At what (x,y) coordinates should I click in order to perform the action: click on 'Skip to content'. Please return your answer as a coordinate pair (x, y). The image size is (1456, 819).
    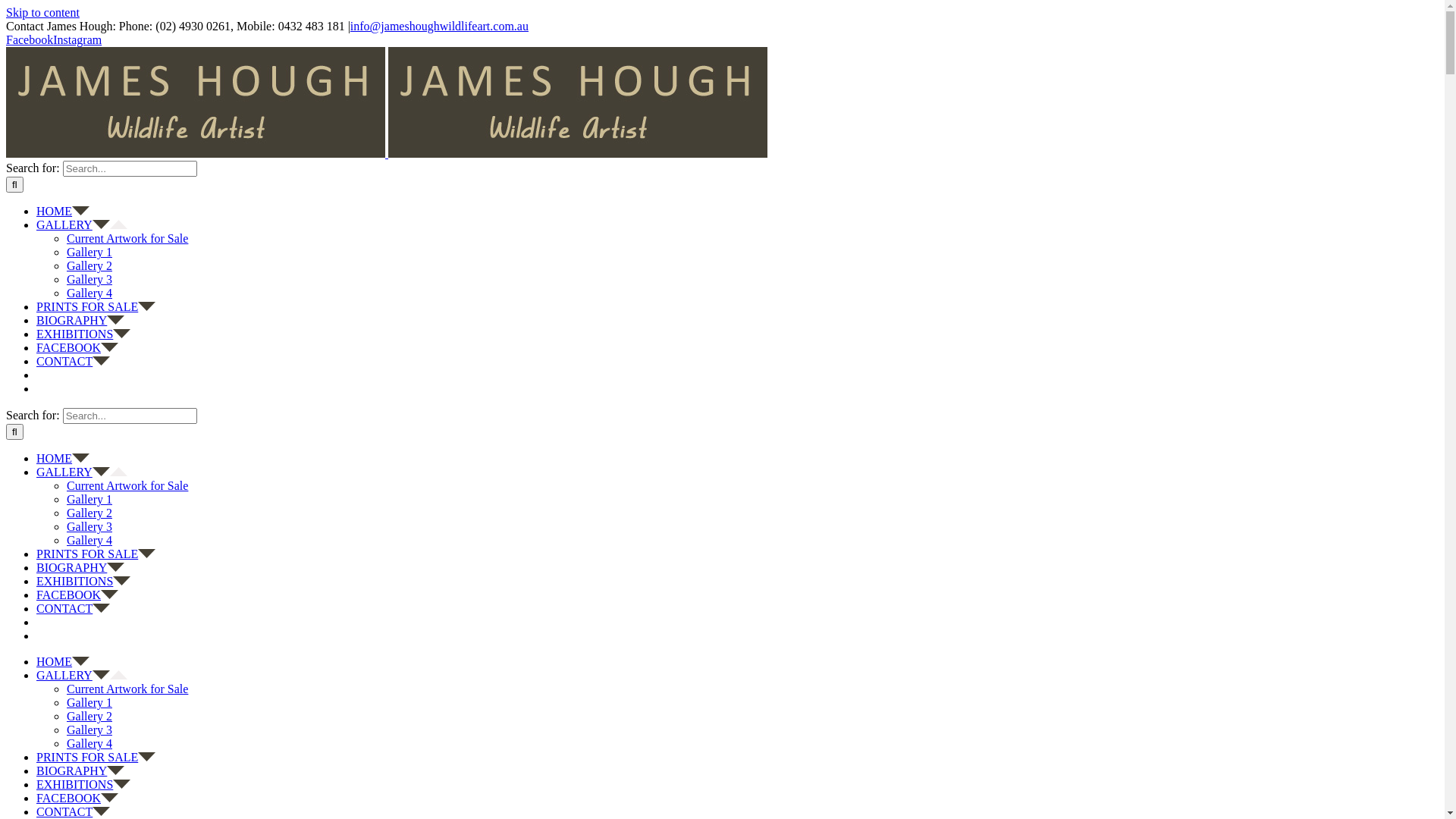
    Looking at the image, I should click on (42, 12).